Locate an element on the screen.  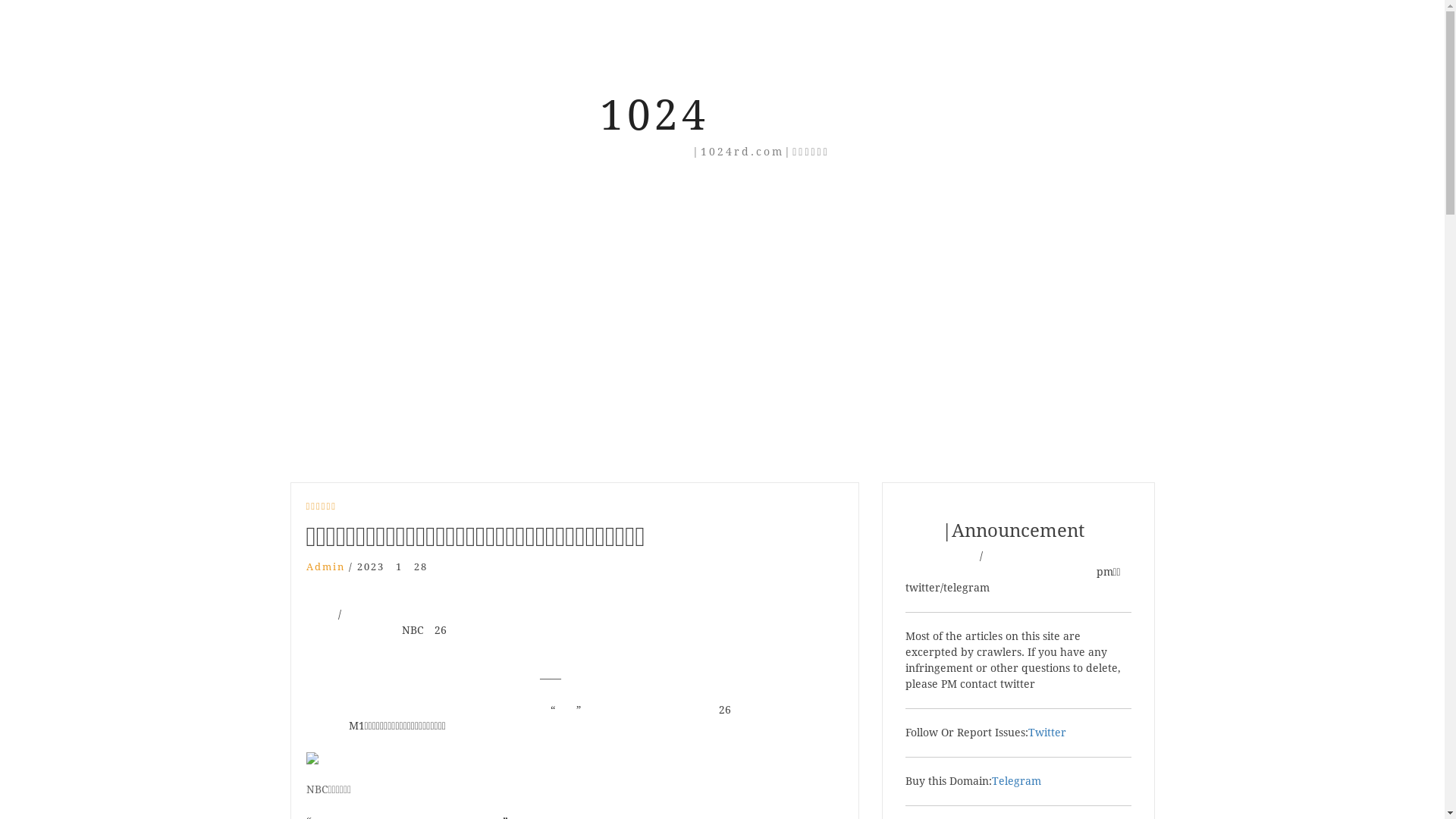
'Admin' is located at coordinates (325, 566).